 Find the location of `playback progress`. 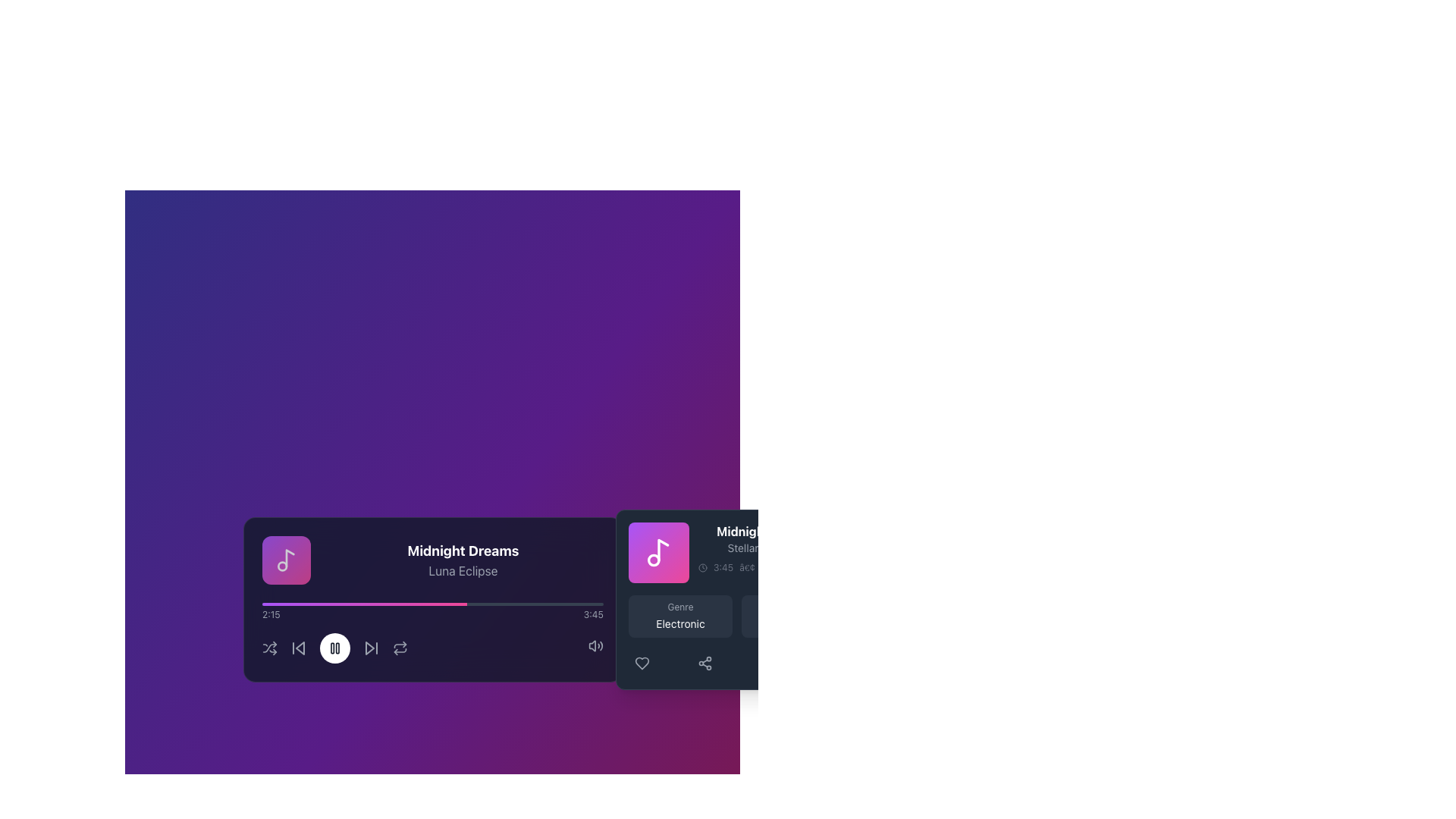

playback progress is located at coordinates (504, 604).